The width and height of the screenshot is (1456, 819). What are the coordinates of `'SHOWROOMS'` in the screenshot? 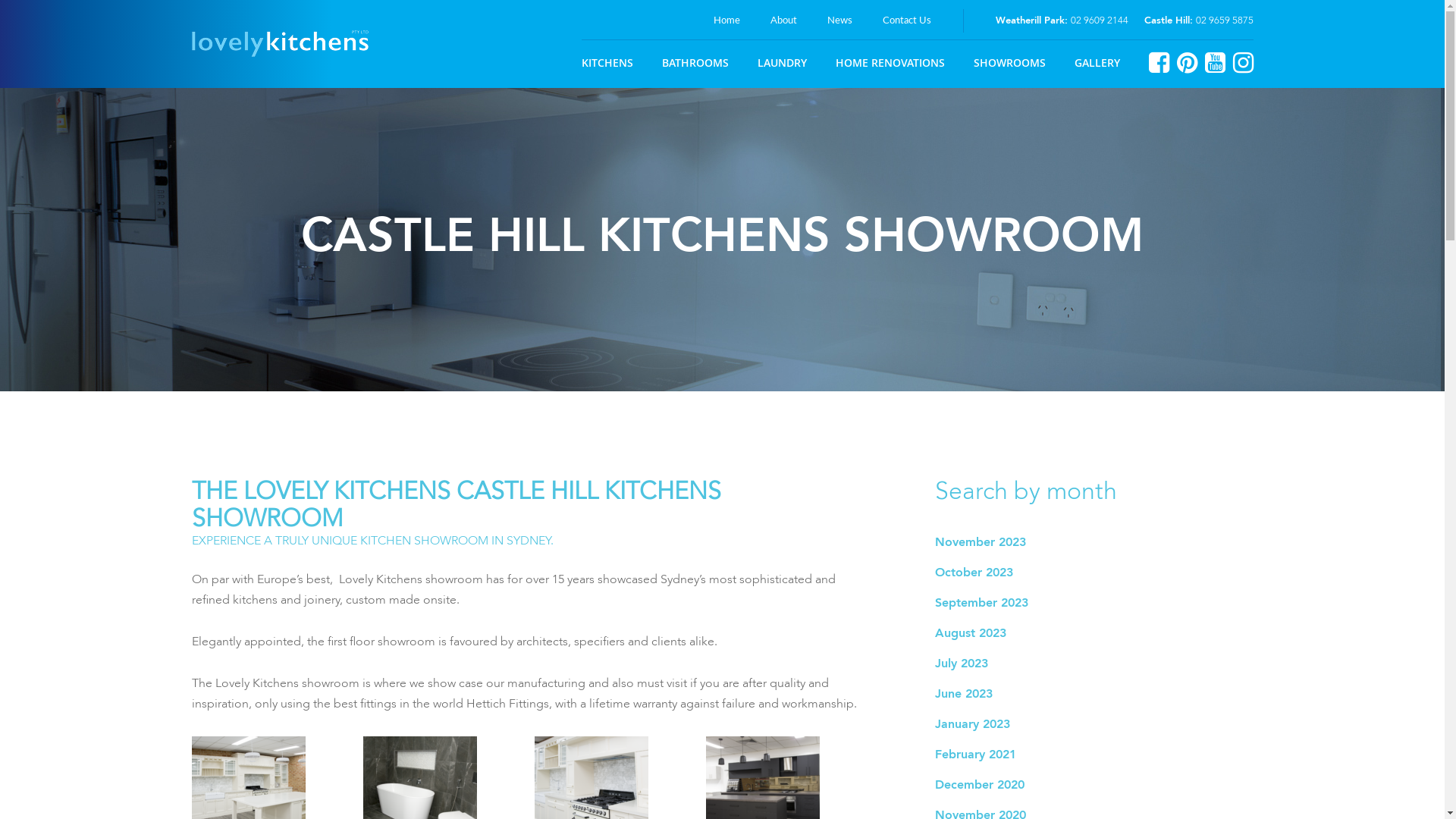 It's located at (973, 61).